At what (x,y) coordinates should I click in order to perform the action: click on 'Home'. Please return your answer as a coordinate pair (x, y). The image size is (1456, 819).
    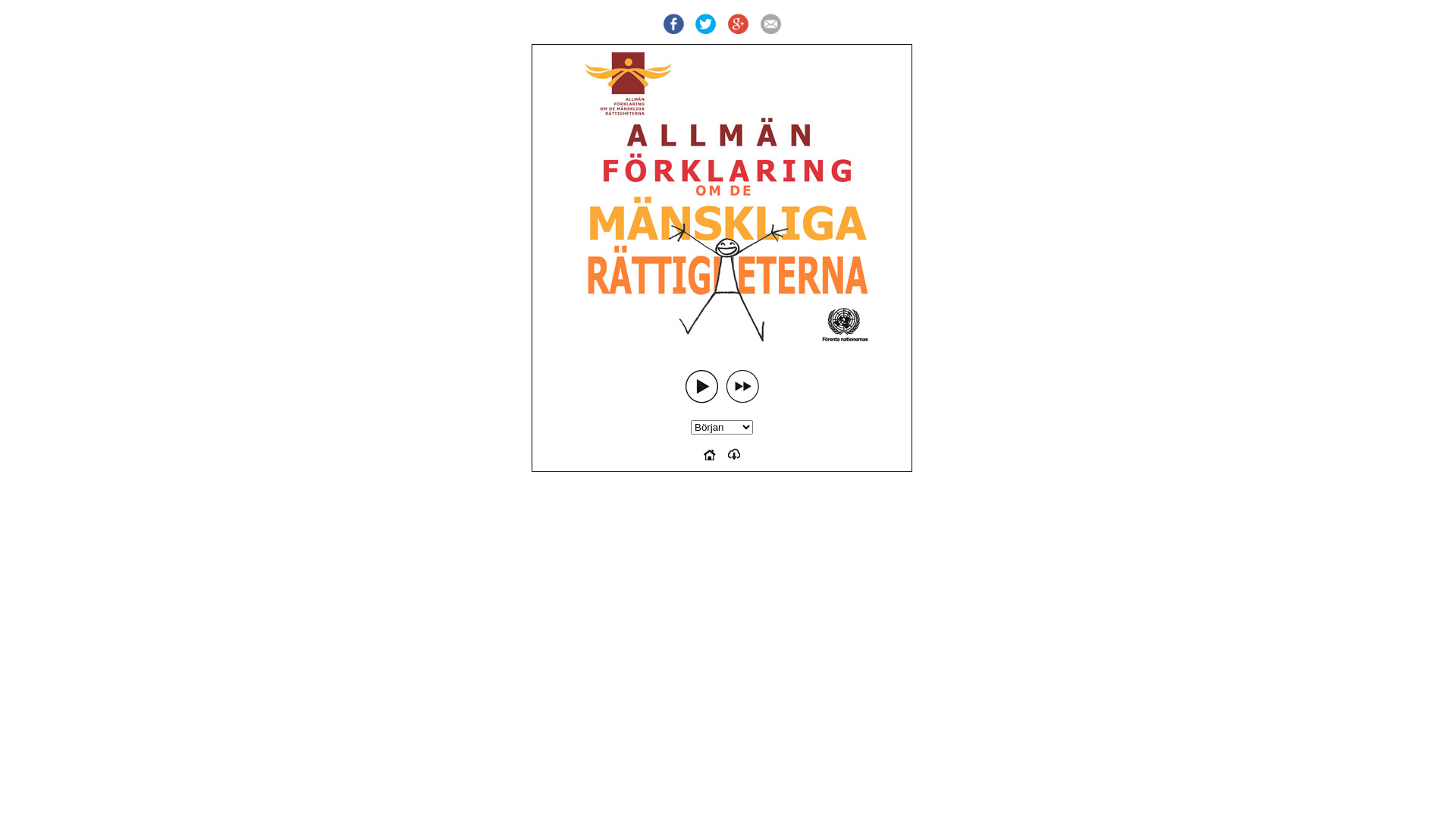
    Looking at the image, I should click on (709, 455).